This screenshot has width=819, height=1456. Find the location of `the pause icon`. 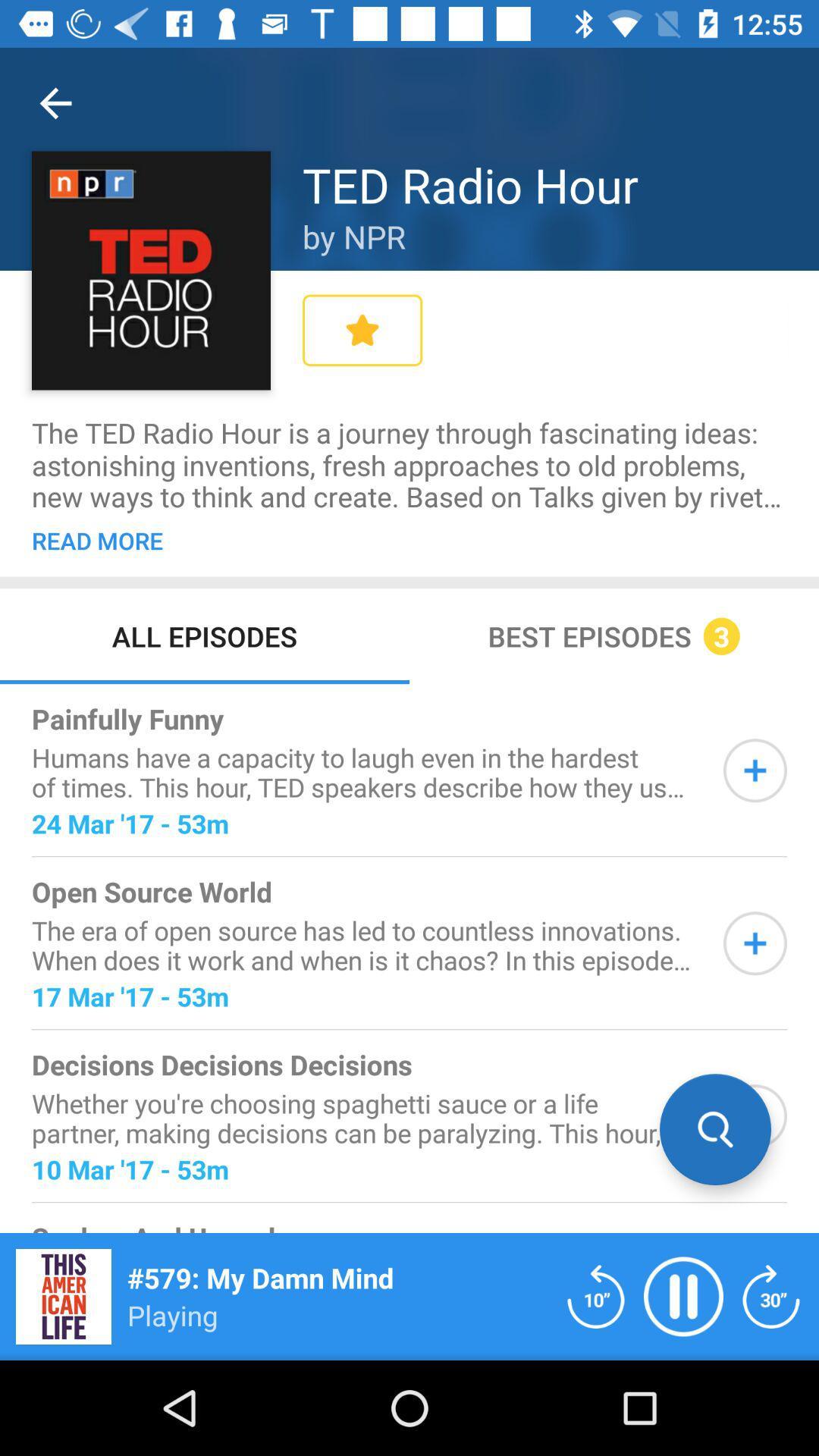

the pause icon is located at coordinates (683, 1295).